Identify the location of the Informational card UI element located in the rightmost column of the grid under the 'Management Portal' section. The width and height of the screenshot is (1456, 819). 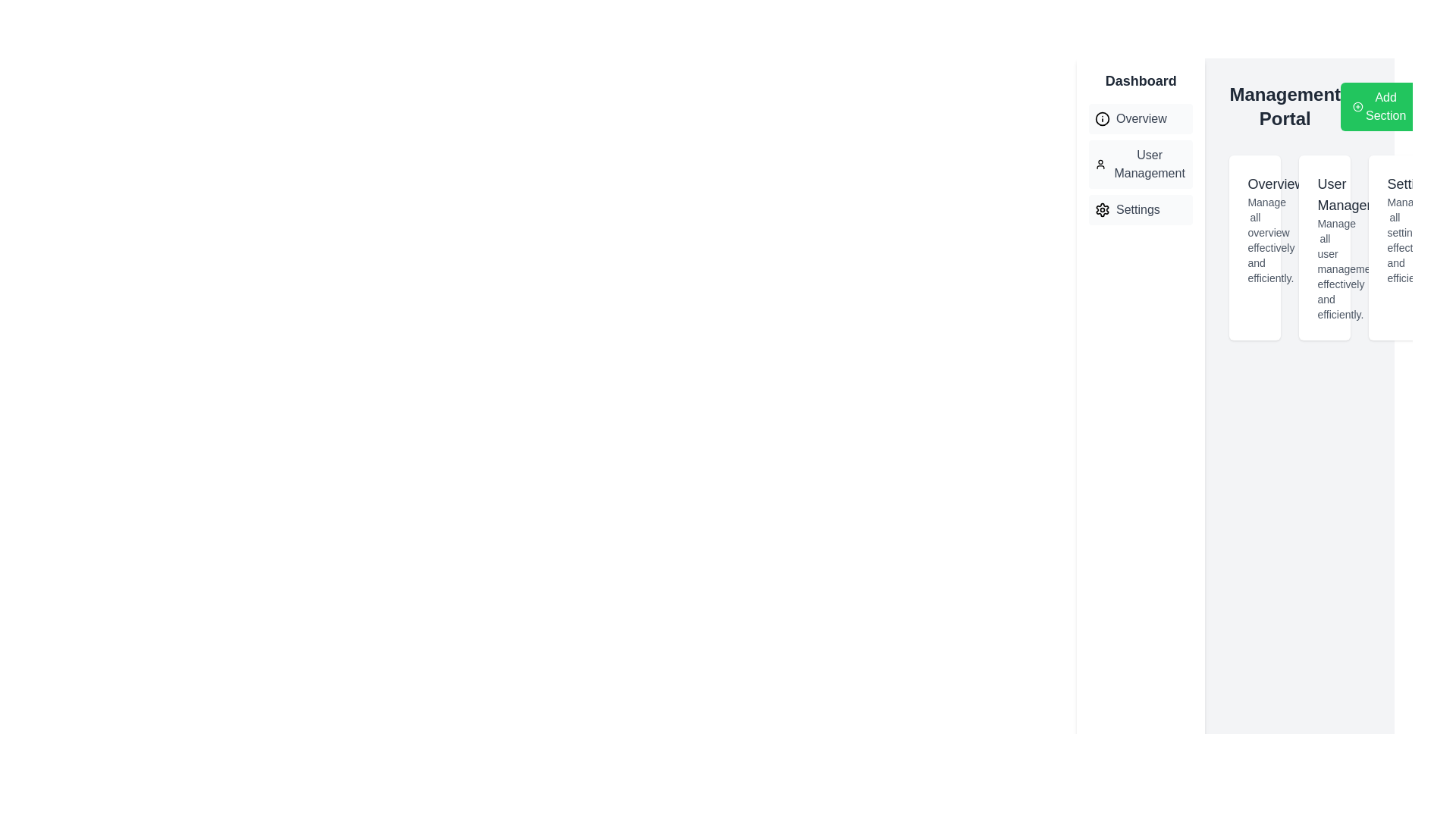
(1395, 247).